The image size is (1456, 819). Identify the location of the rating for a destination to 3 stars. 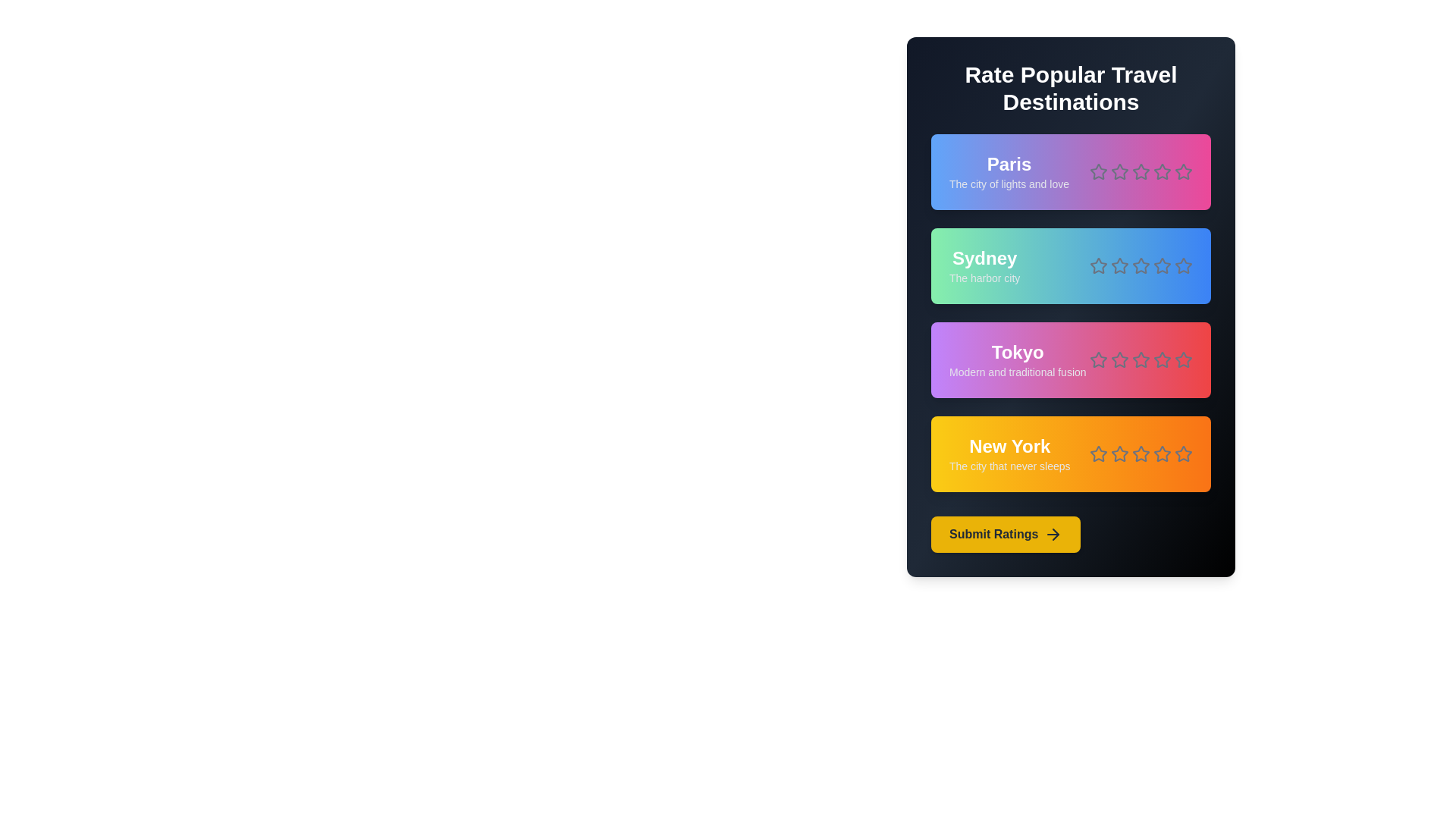
(1141, 171).